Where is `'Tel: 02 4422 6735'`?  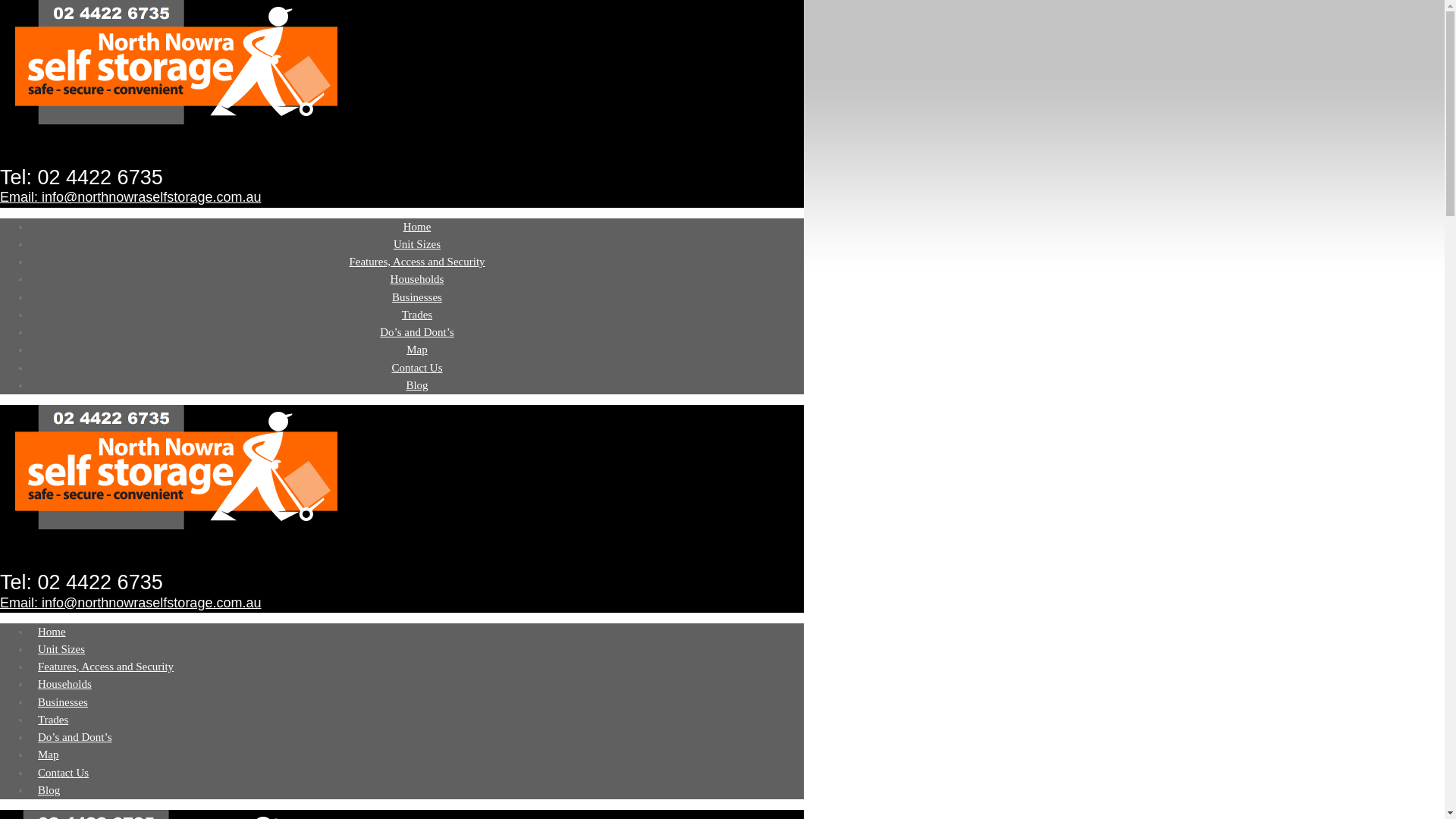 'Tel: 02 4422 6735' is located at coordinates (80, 581).